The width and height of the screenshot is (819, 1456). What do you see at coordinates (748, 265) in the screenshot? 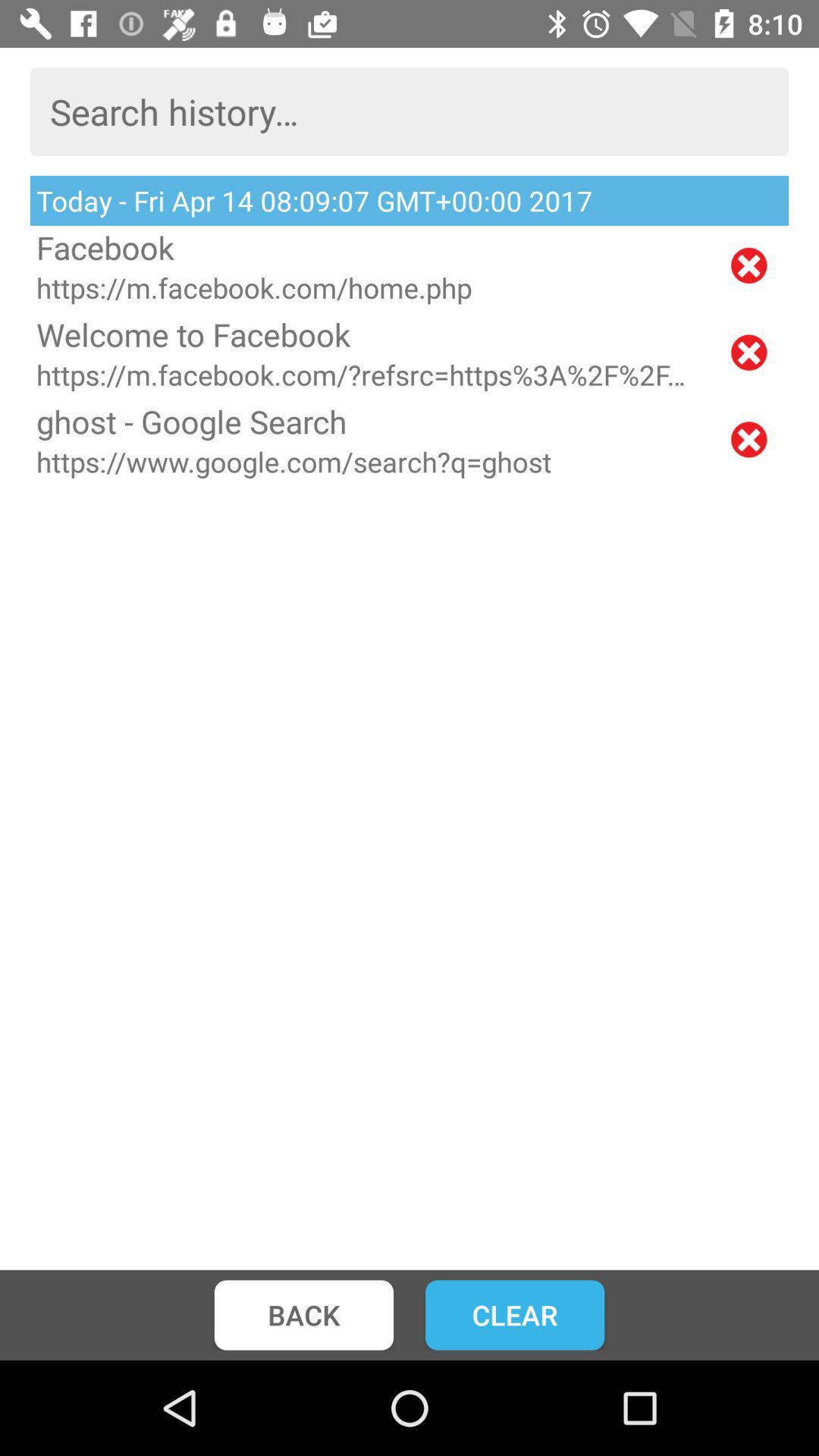
I see `remove this record from history` at bounding box center [748, 265].